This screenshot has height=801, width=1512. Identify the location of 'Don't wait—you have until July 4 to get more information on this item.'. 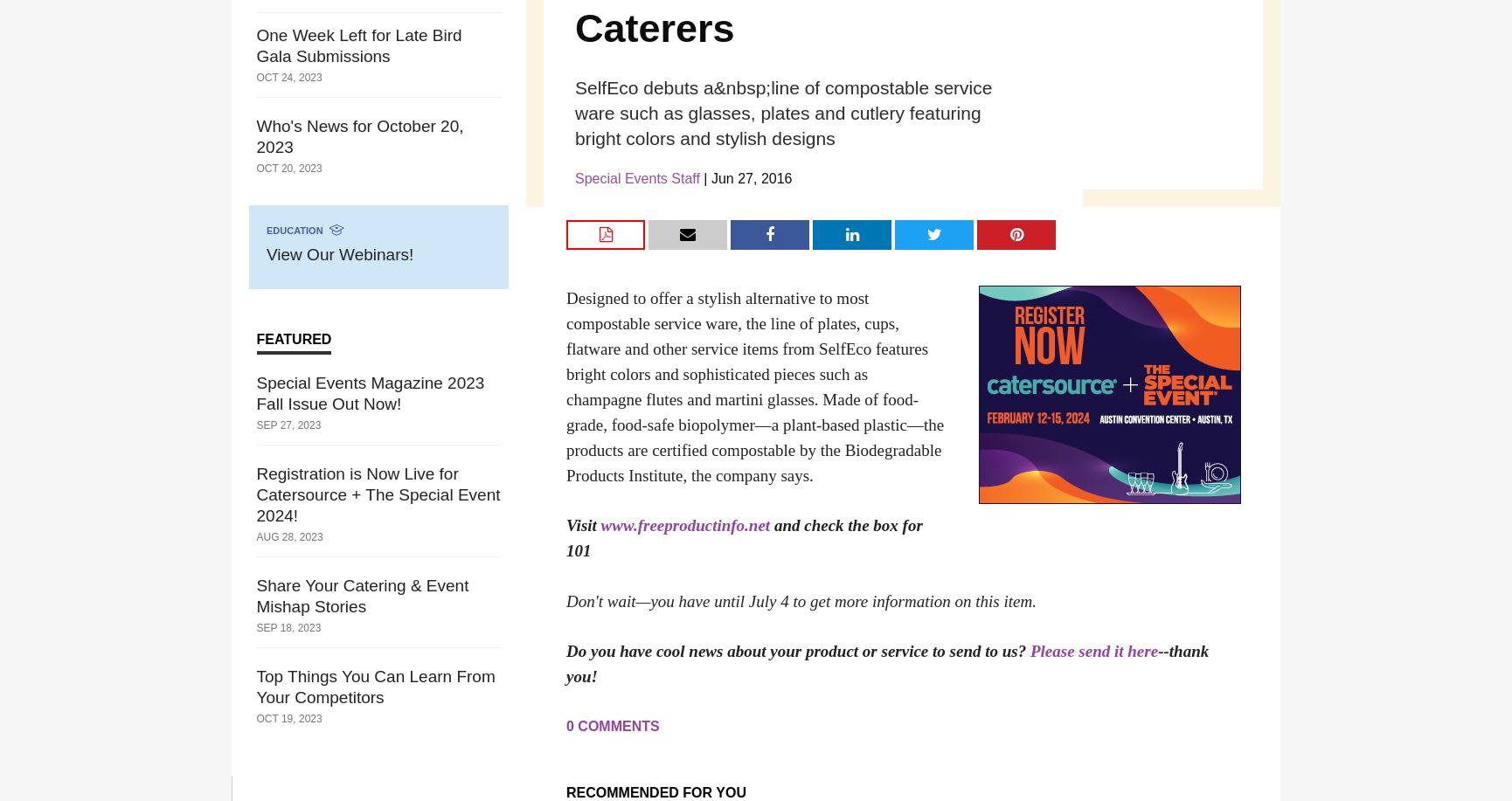
(801, 600).